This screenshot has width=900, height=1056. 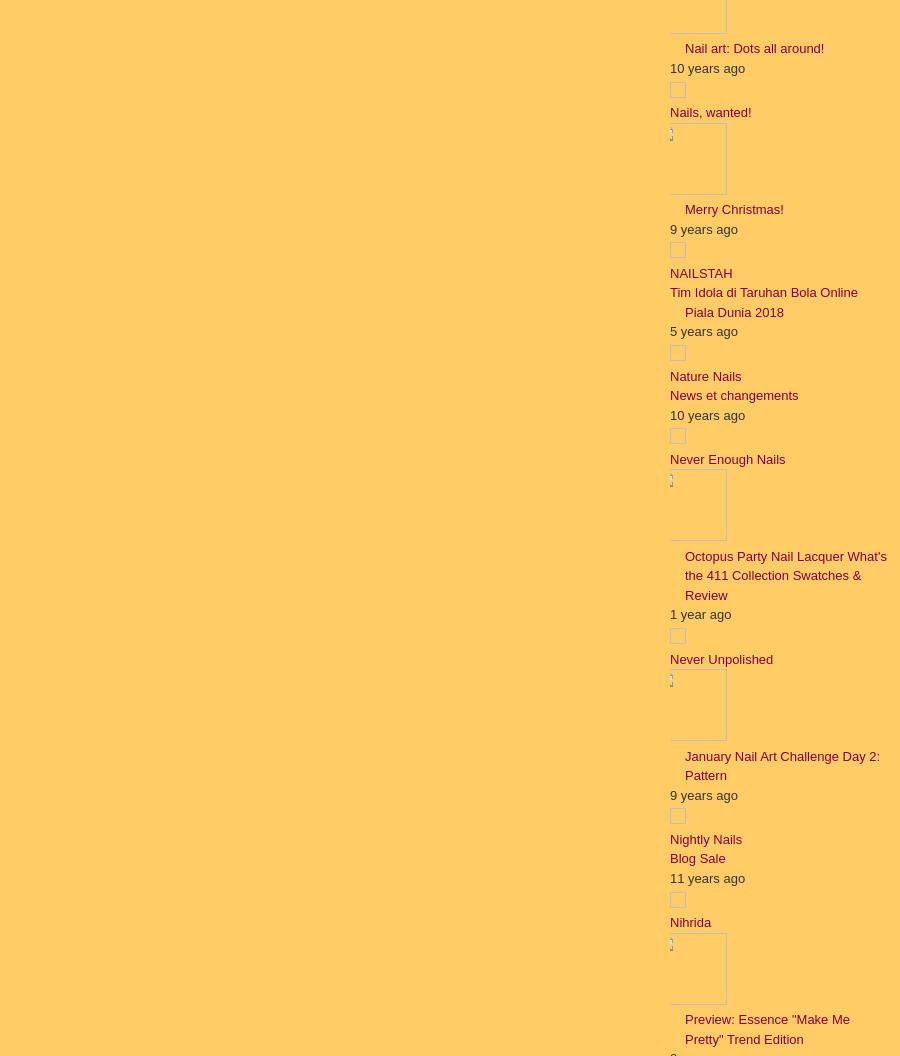 What do you see at coordinates (706, 876) in the screenshot?
I see `'11 years ago'` at bounding box center [706, 876].